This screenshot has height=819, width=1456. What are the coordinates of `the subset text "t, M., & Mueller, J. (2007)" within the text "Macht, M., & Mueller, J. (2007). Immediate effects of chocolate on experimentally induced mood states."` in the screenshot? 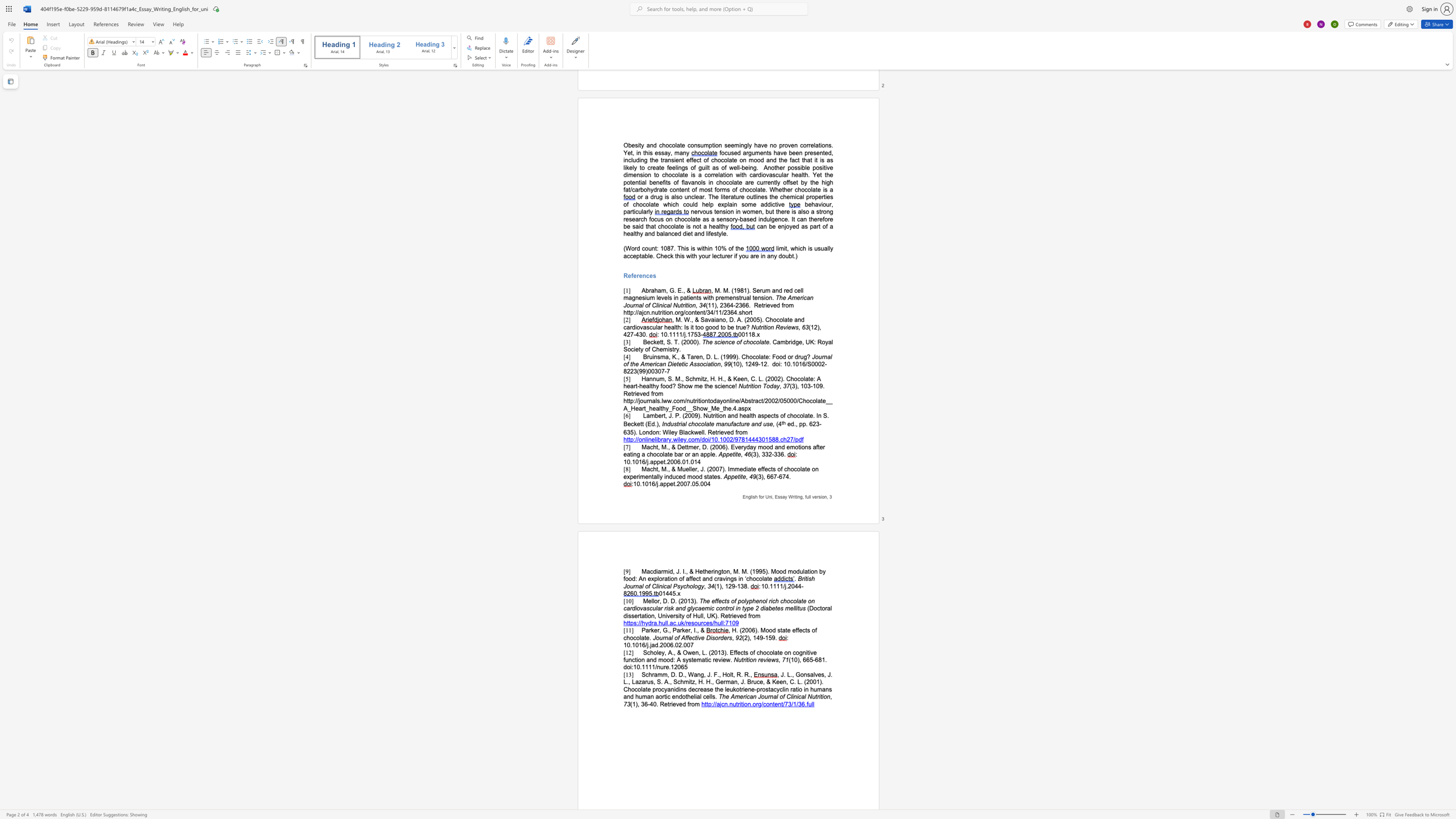 It's located at (656, 469).